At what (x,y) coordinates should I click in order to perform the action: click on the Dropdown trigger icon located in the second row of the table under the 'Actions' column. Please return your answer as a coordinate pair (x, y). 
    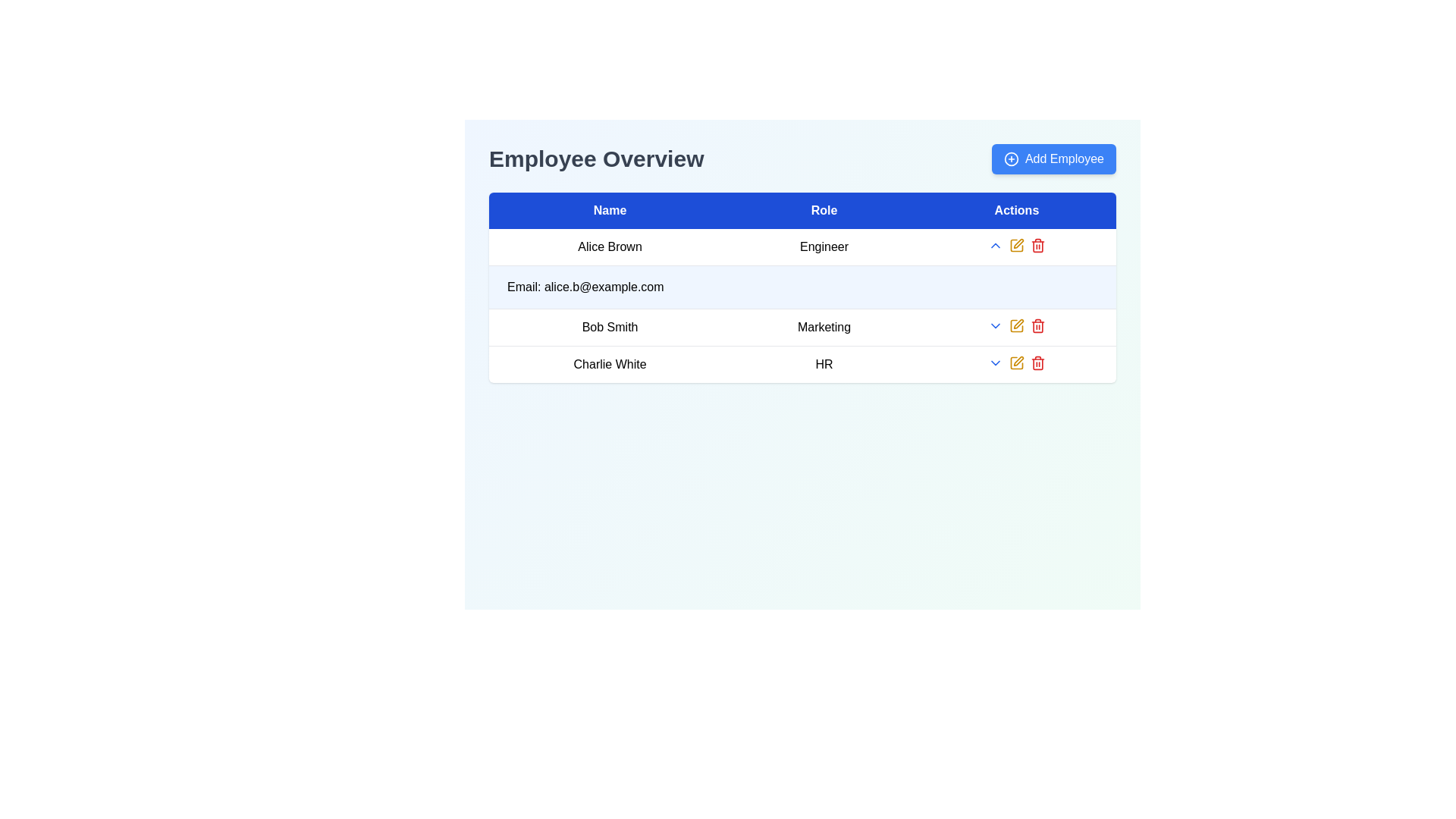
    Looking at the image, I should click on (995, 325).